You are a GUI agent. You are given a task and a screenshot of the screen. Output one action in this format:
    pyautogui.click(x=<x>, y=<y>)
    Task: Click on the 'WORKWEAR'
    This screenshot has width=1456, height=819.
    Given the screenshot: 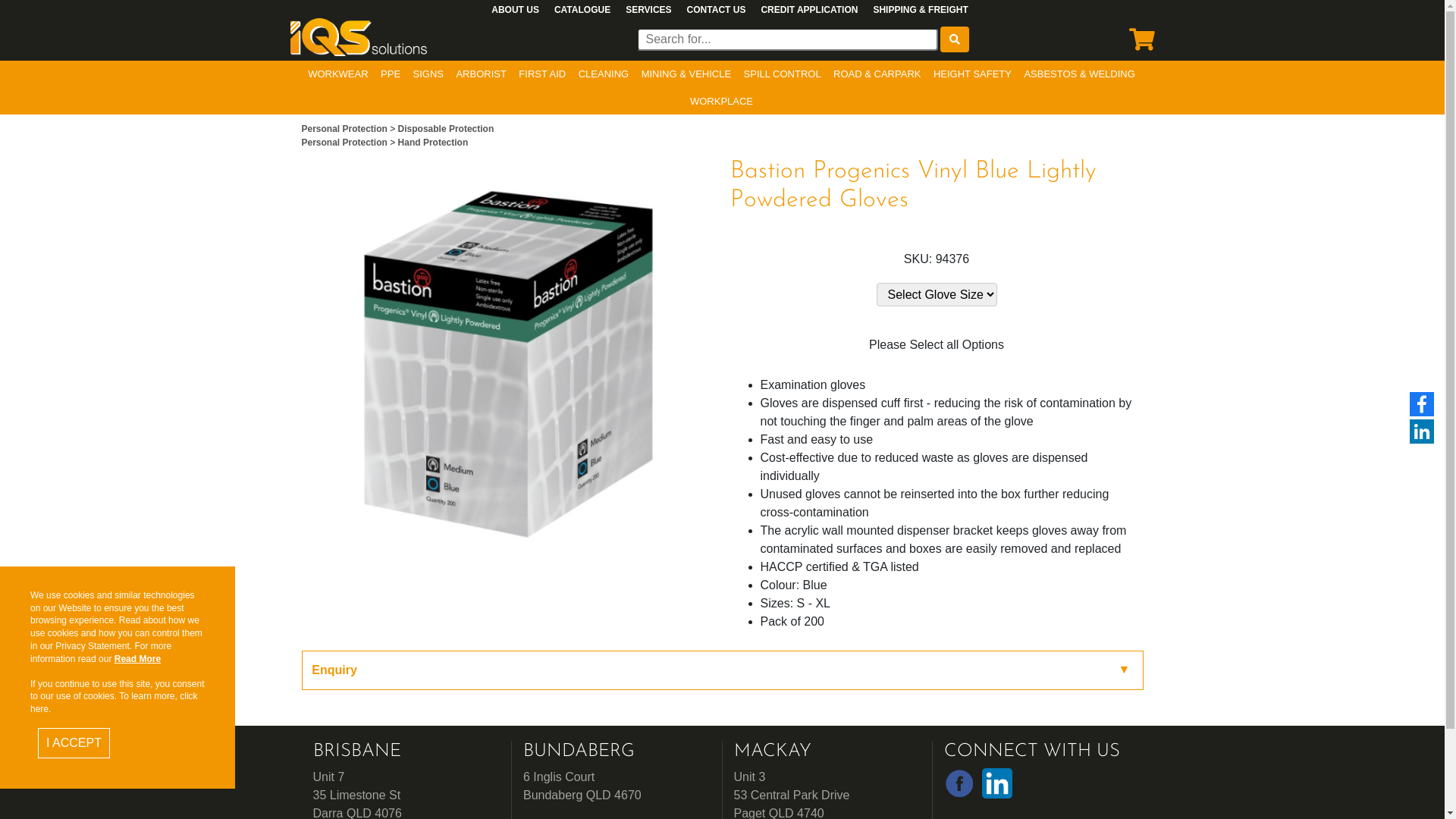 What is the action you would take?
    pyautogui.click(x=337, y=74)
    